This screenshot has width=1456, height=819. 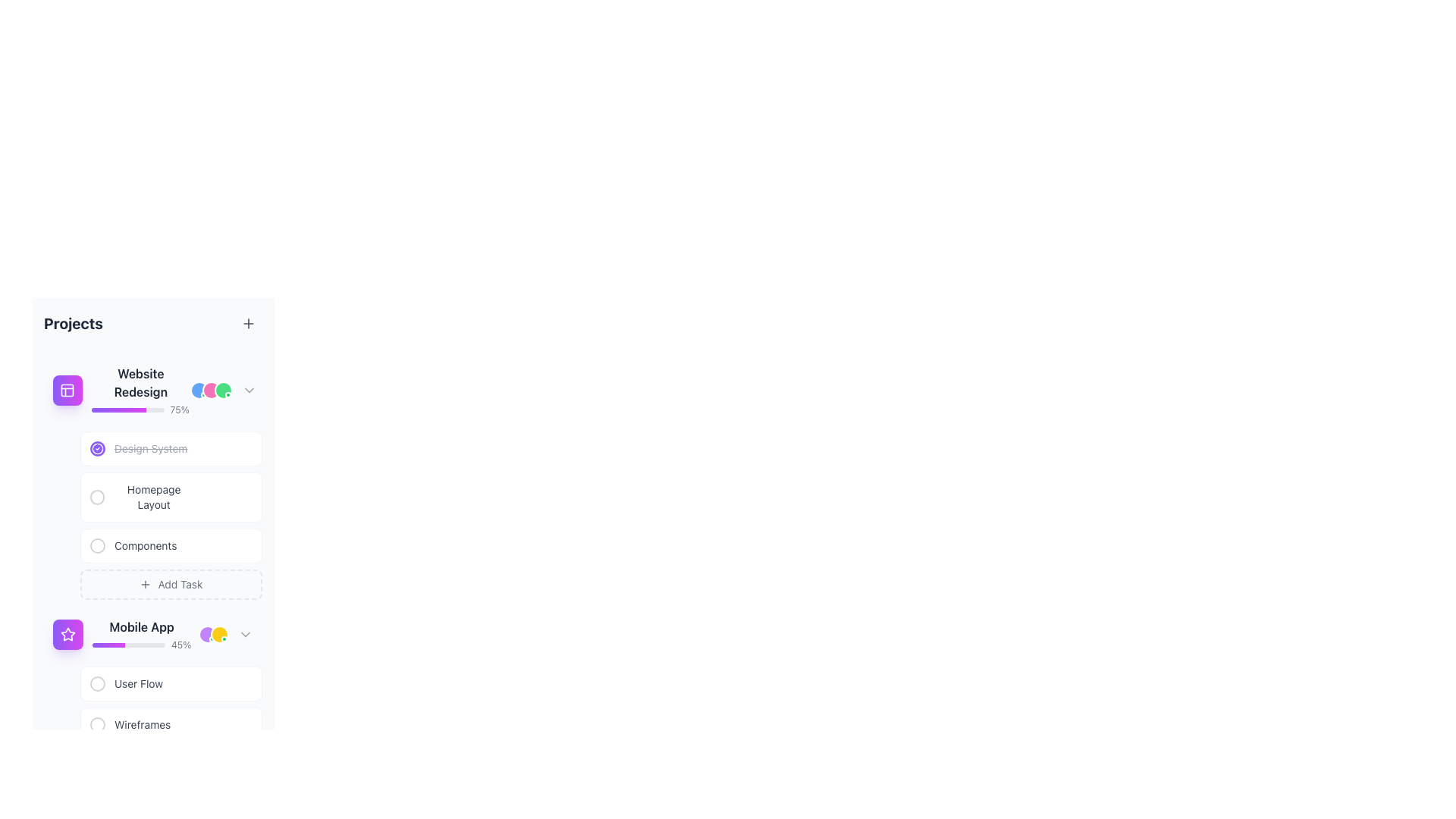 I want to click on the leftmost button in the 'Mobile App' subsection under the 'Projects' category, so click(x=97, y=684).